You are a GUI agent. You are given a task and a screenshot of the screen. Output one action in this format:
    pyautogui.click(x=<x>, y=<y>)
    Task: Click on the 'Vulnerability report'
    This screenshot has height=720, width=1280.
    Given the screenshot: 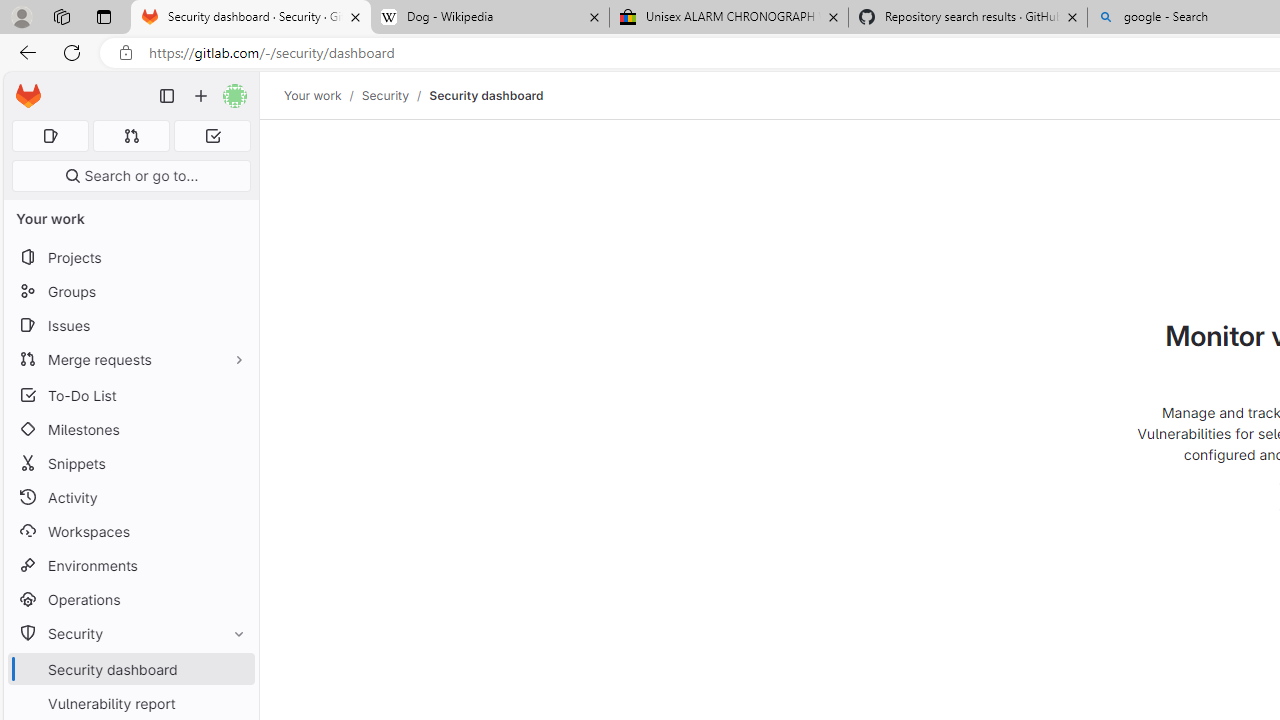 What is the action you would take?
    pyautogui.click(x=130, y=702)
    